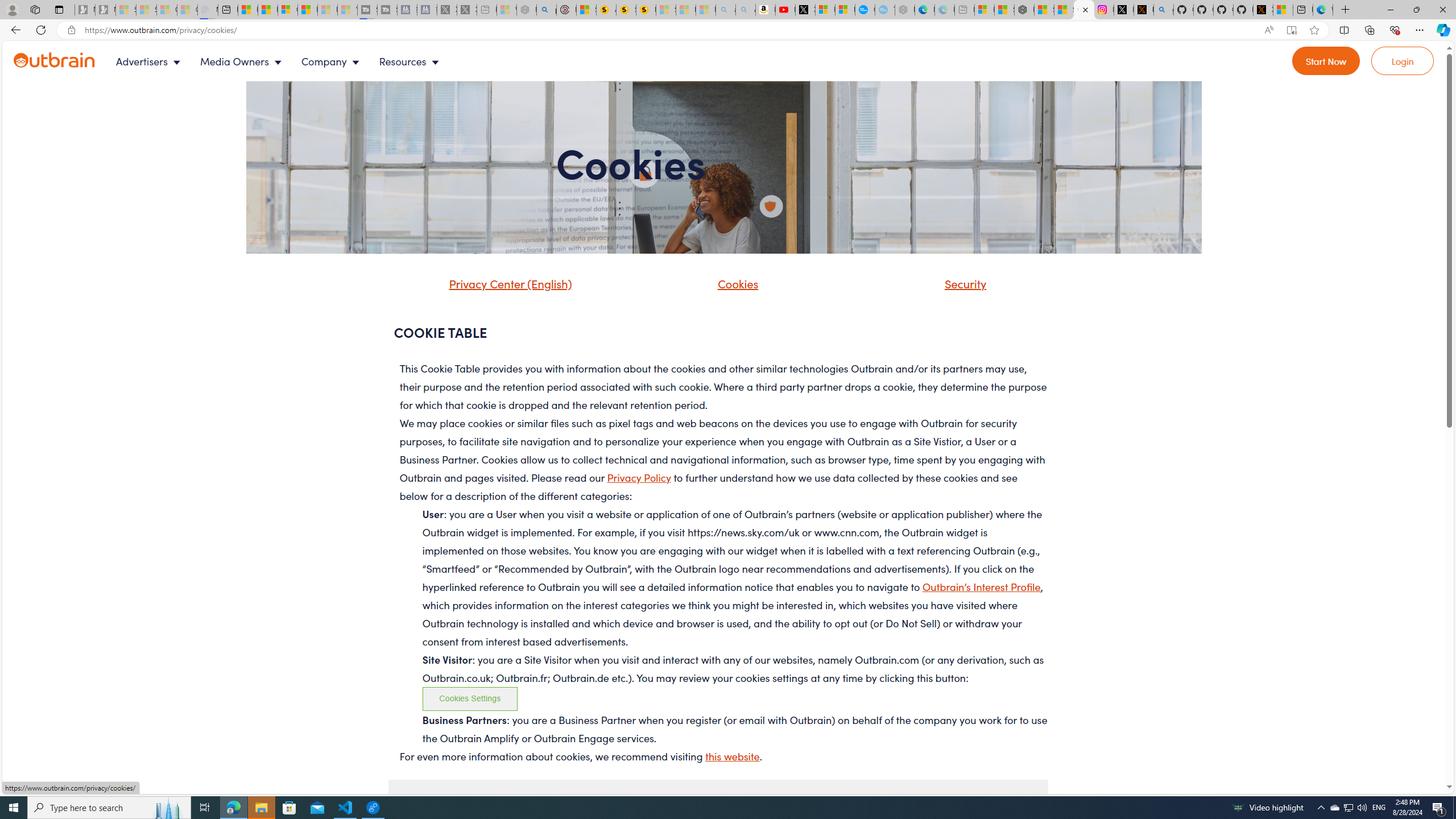 The height and width of the screenshot is (819, 1456). Describe the element at coordinates (411, 61) in the screenshot. I see `'Resources'` at that location.